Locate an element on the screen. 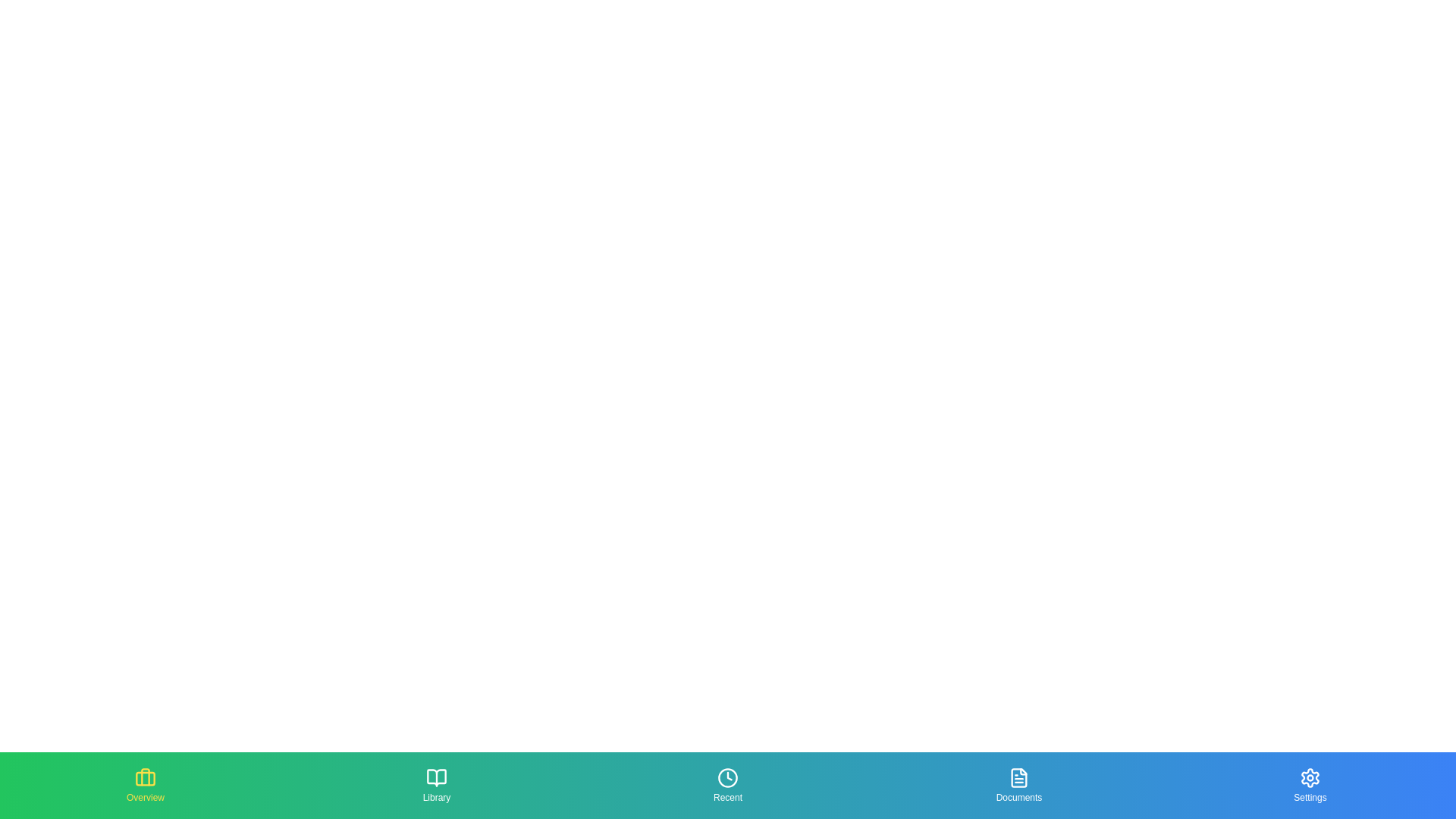 This screenshot has height=819, width=1456. the button corresponding to the Documents section is located at coordinates (1019, 785).